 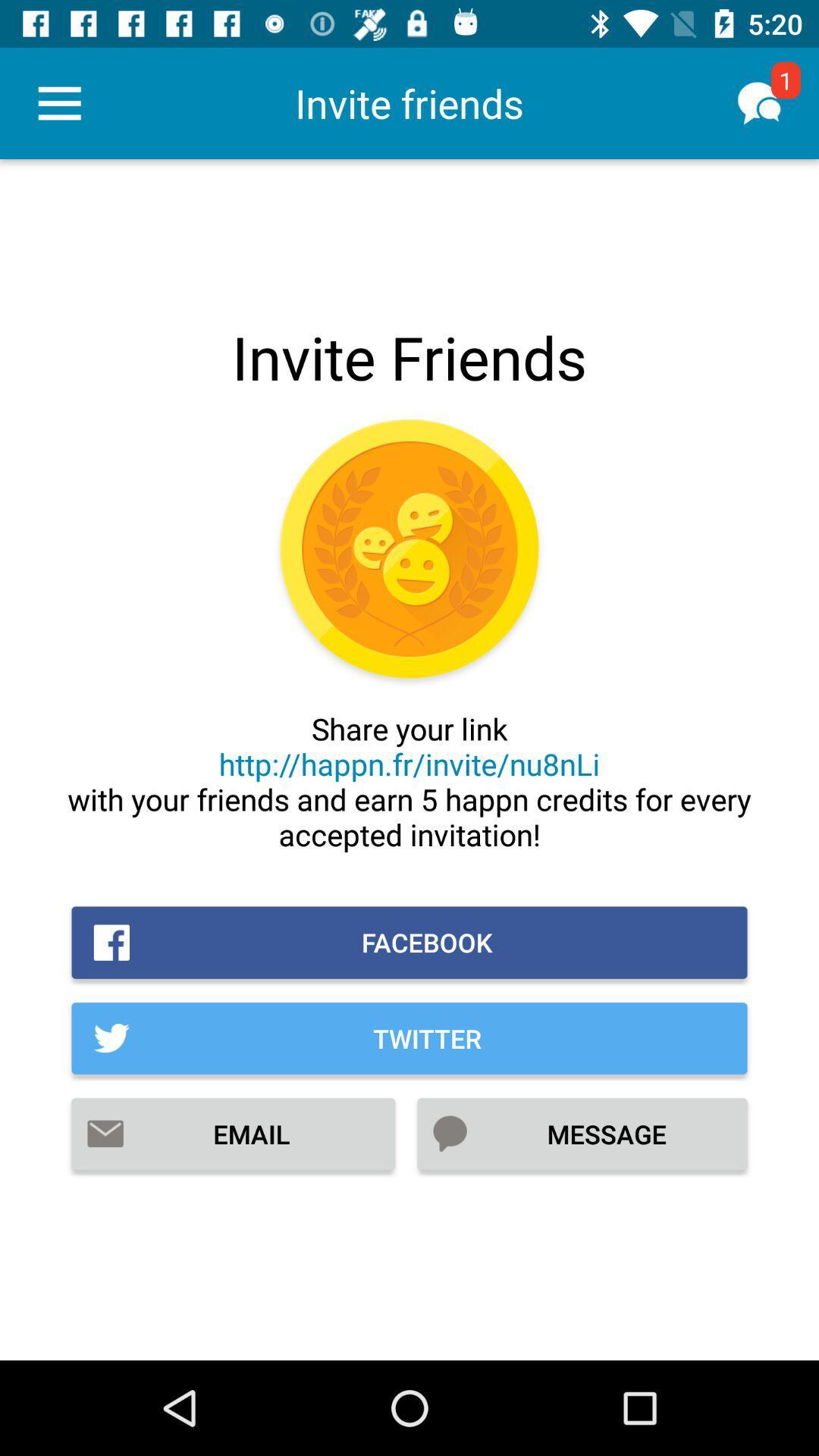 What do you see at coordinates (409, 942) in the screenshot?
I see `facebook item` at bounding box center [409, 942].